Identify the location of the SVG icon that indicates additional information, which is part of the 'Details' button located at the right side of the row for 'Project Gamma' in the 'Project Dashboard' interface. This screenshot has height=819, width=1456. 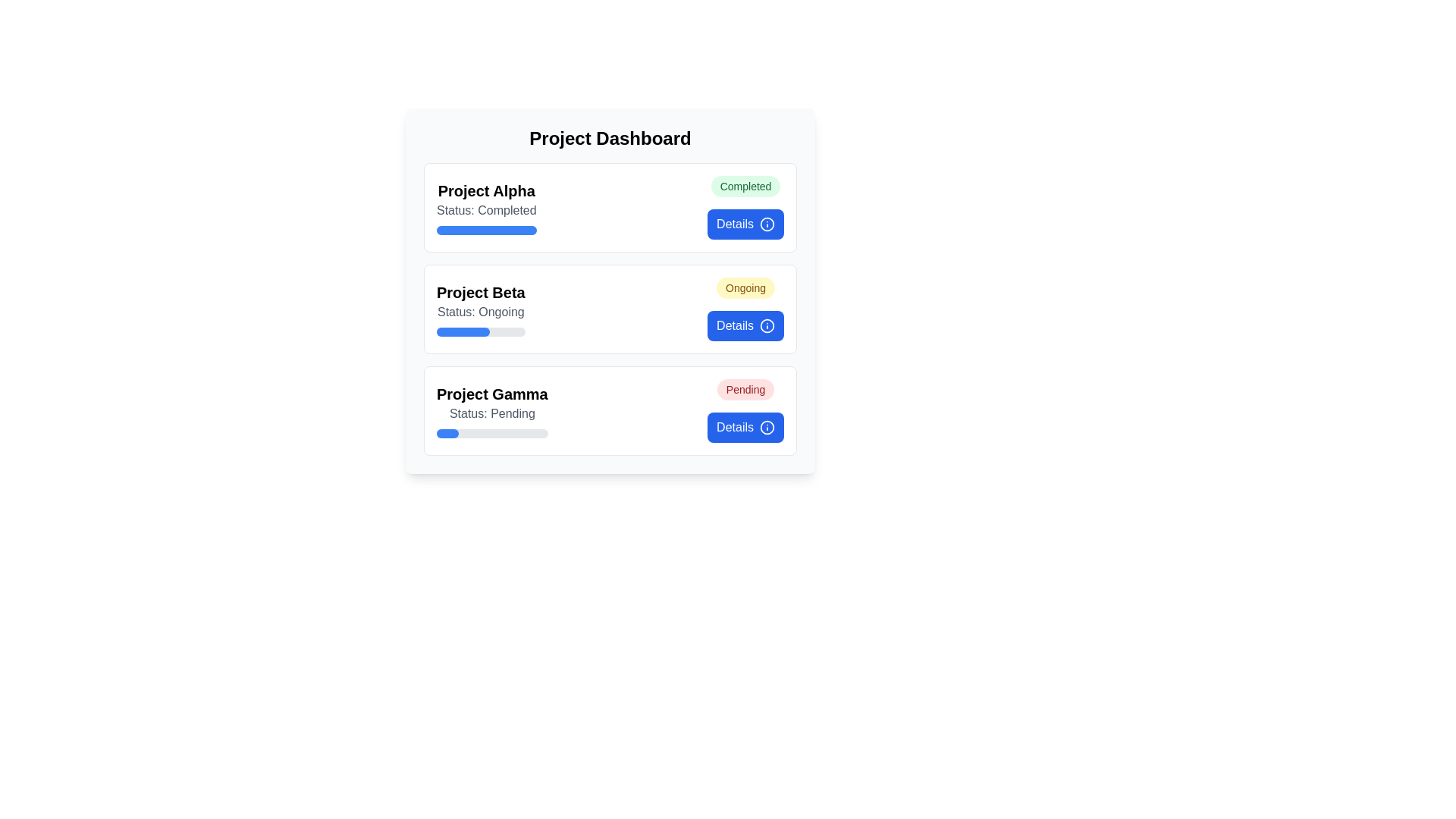
(767, 427).